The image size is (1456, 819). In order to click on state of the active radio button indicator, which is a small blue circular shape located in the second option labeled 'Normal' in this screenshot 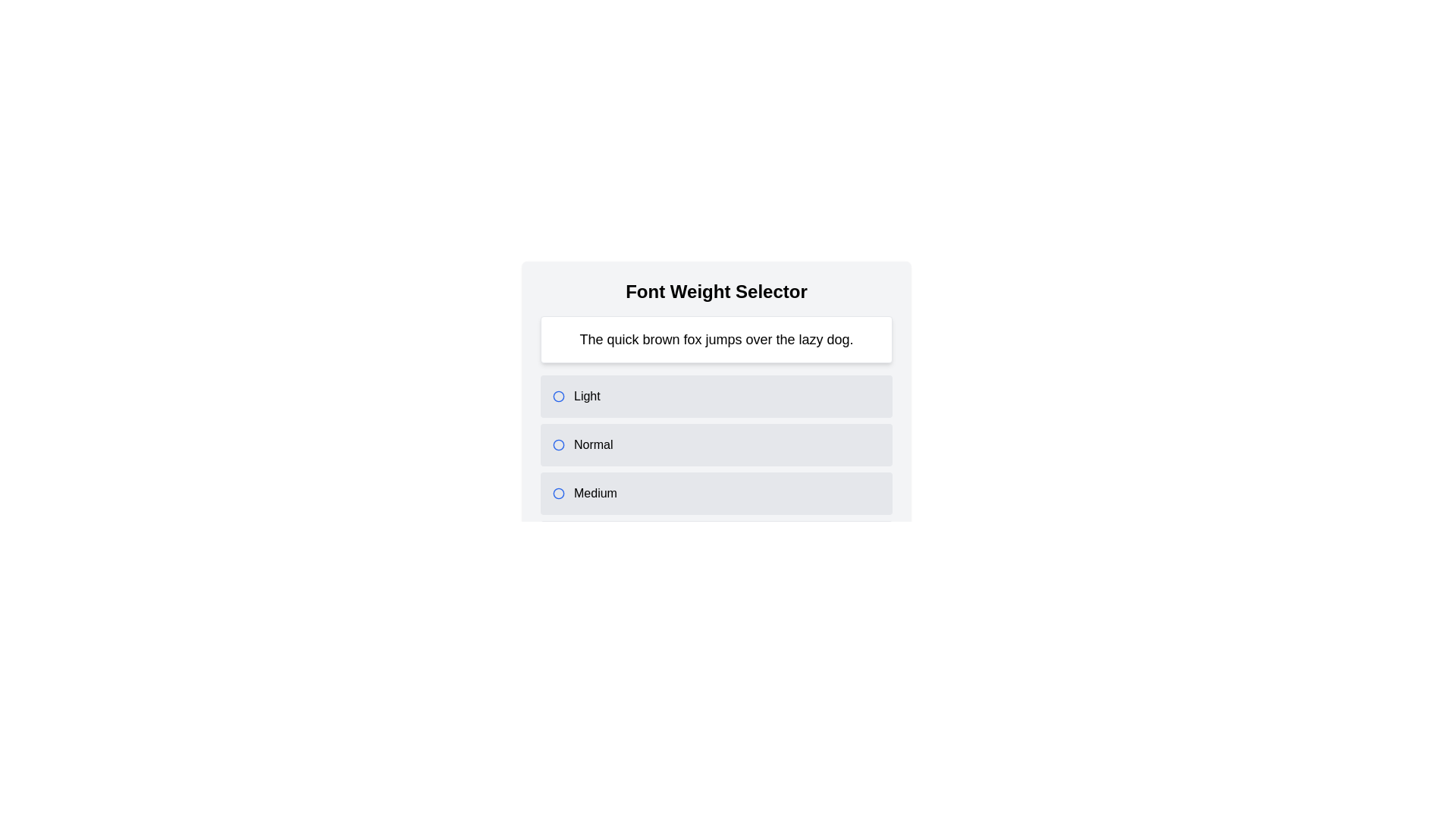, I will do `click(558, 444)`.